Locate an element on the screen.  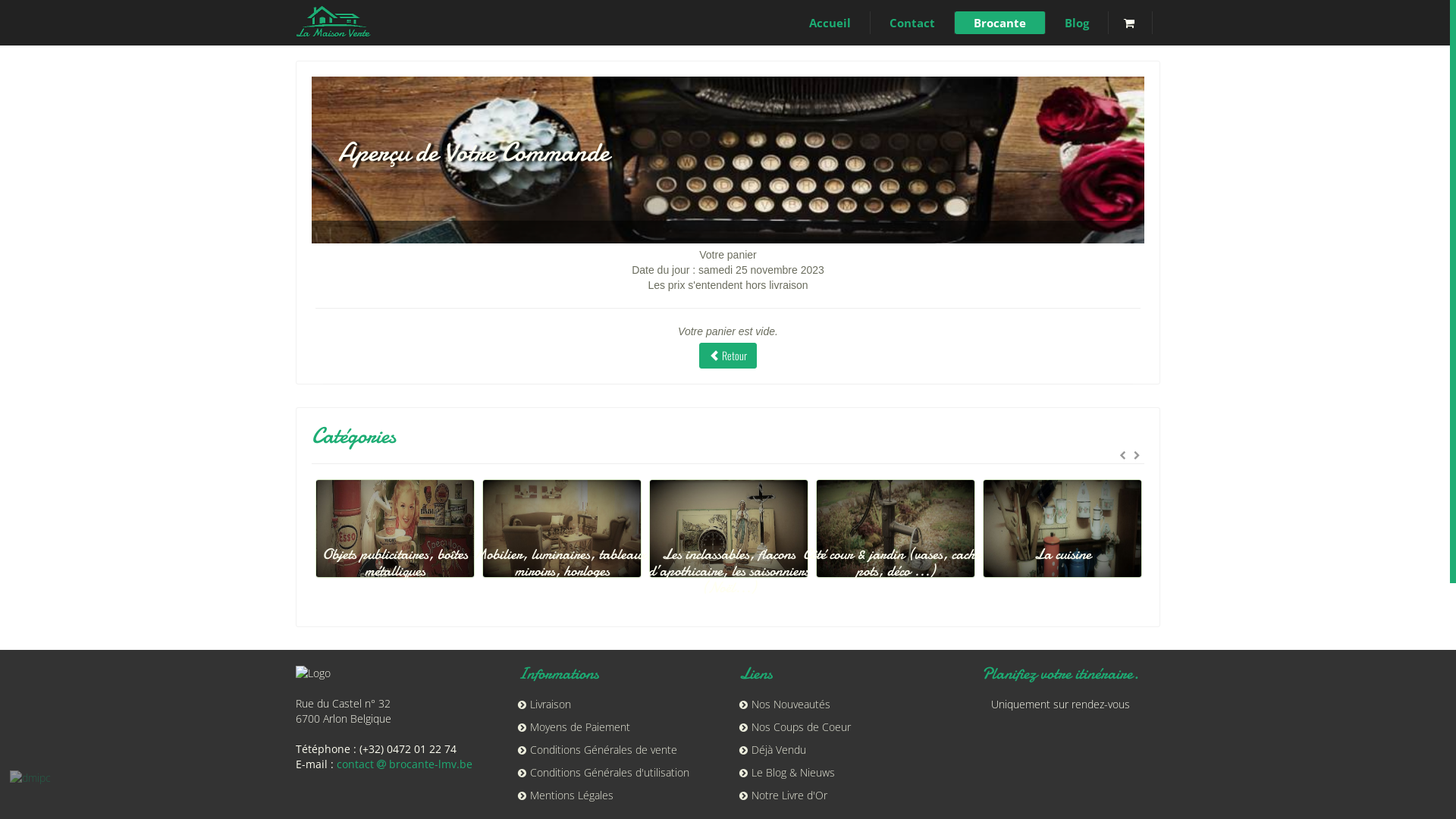
'Blog' is located at coordinates (1044, 23).